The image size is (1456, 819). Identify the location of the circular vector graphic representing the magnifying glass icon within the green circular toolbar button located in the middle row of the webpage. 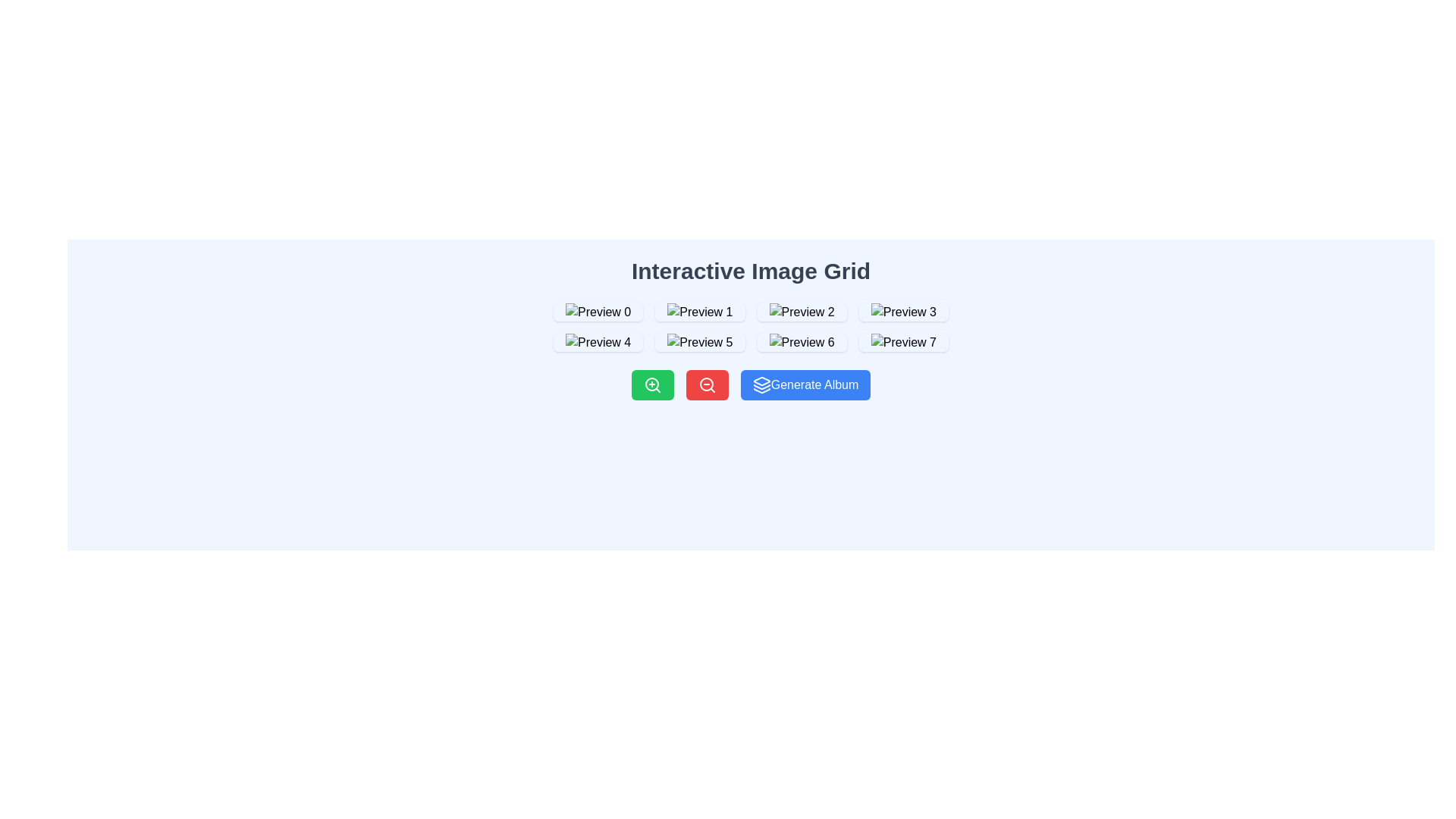
(651, 383).